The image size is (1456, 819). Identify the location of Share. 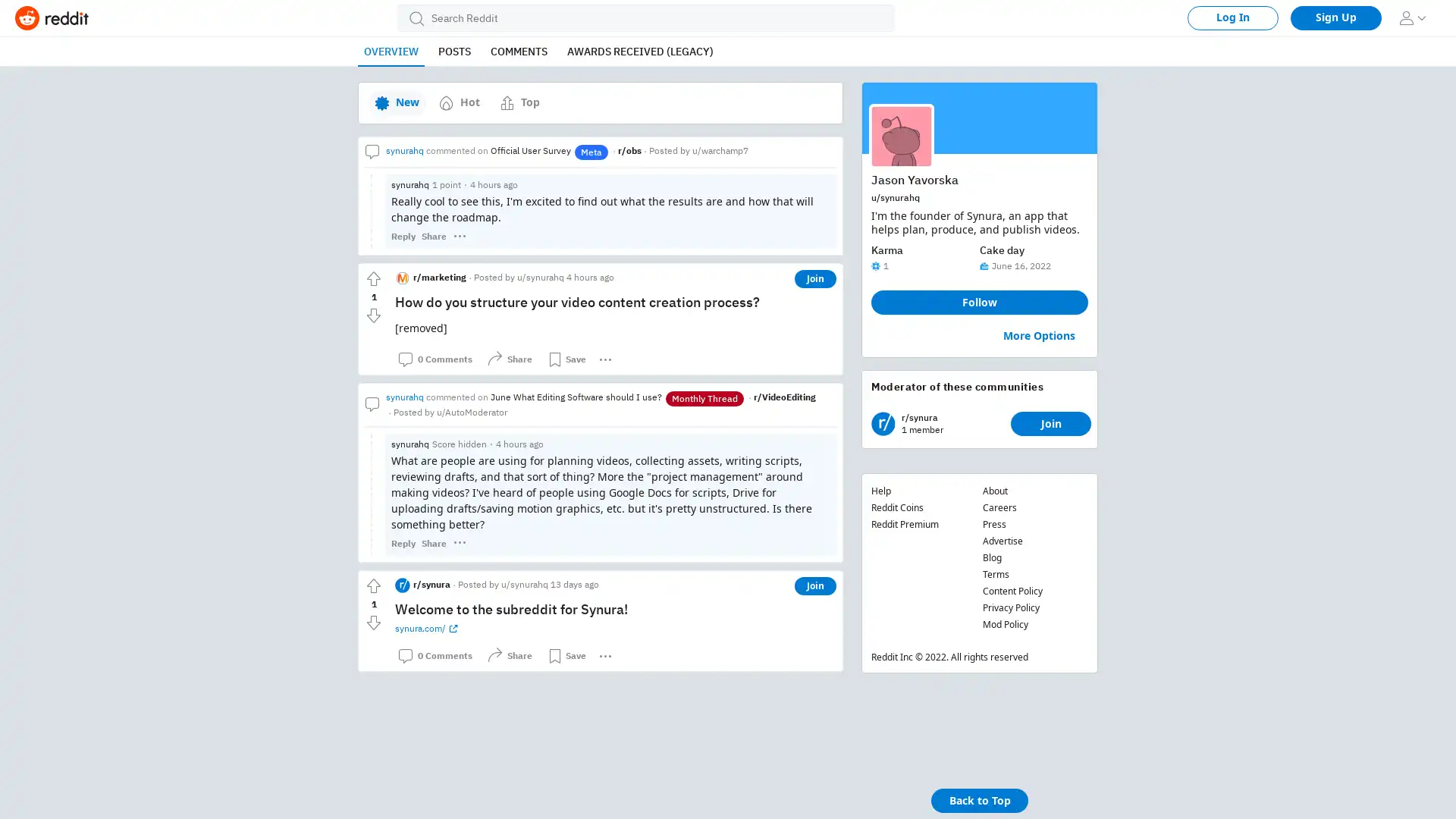
(510, 359).